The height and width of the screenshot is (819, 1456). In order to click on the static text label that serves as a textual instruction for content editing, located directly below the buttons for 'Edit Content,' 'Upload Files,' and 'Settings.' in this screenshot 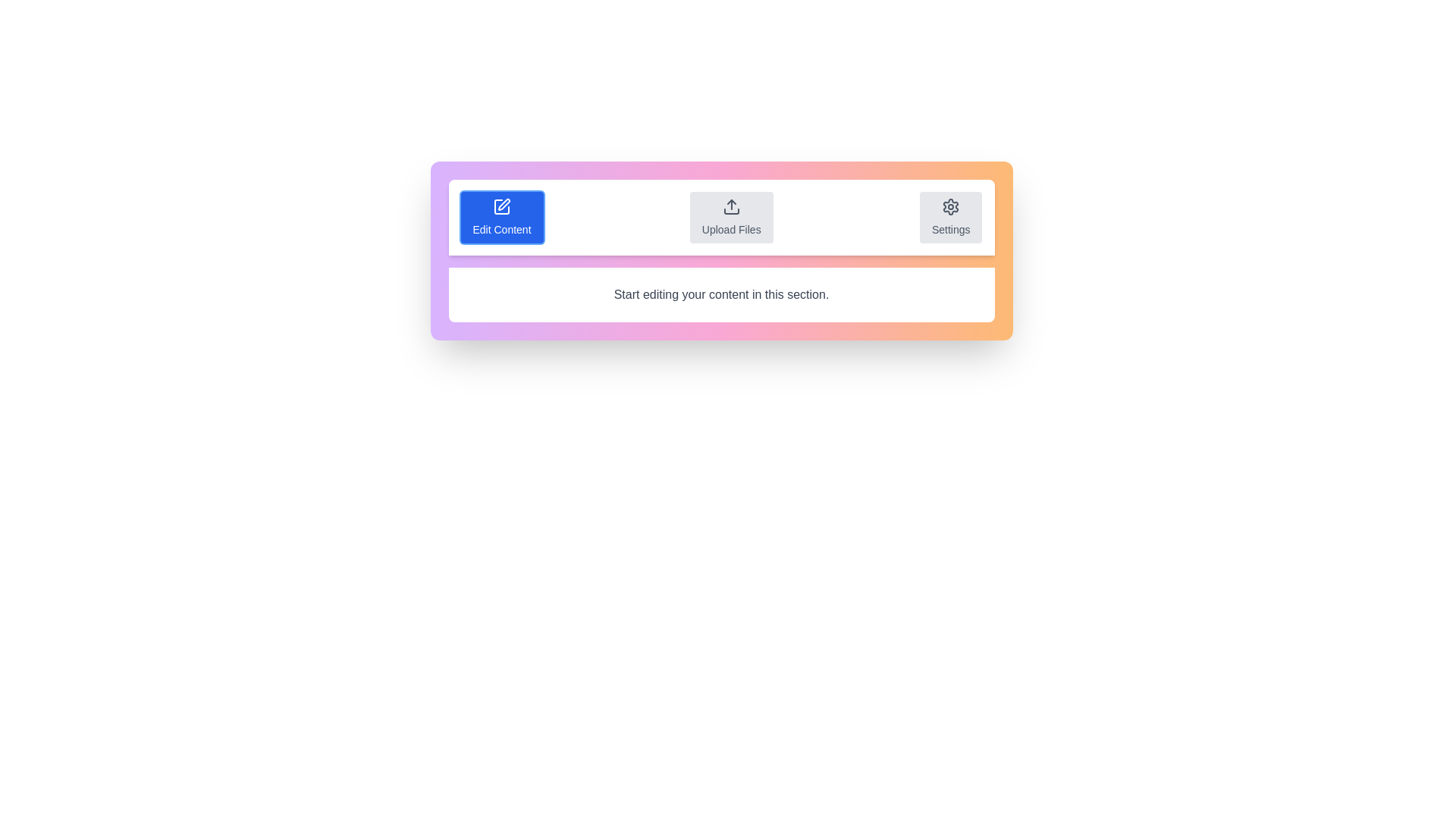, I will do `click(720, 295)`.